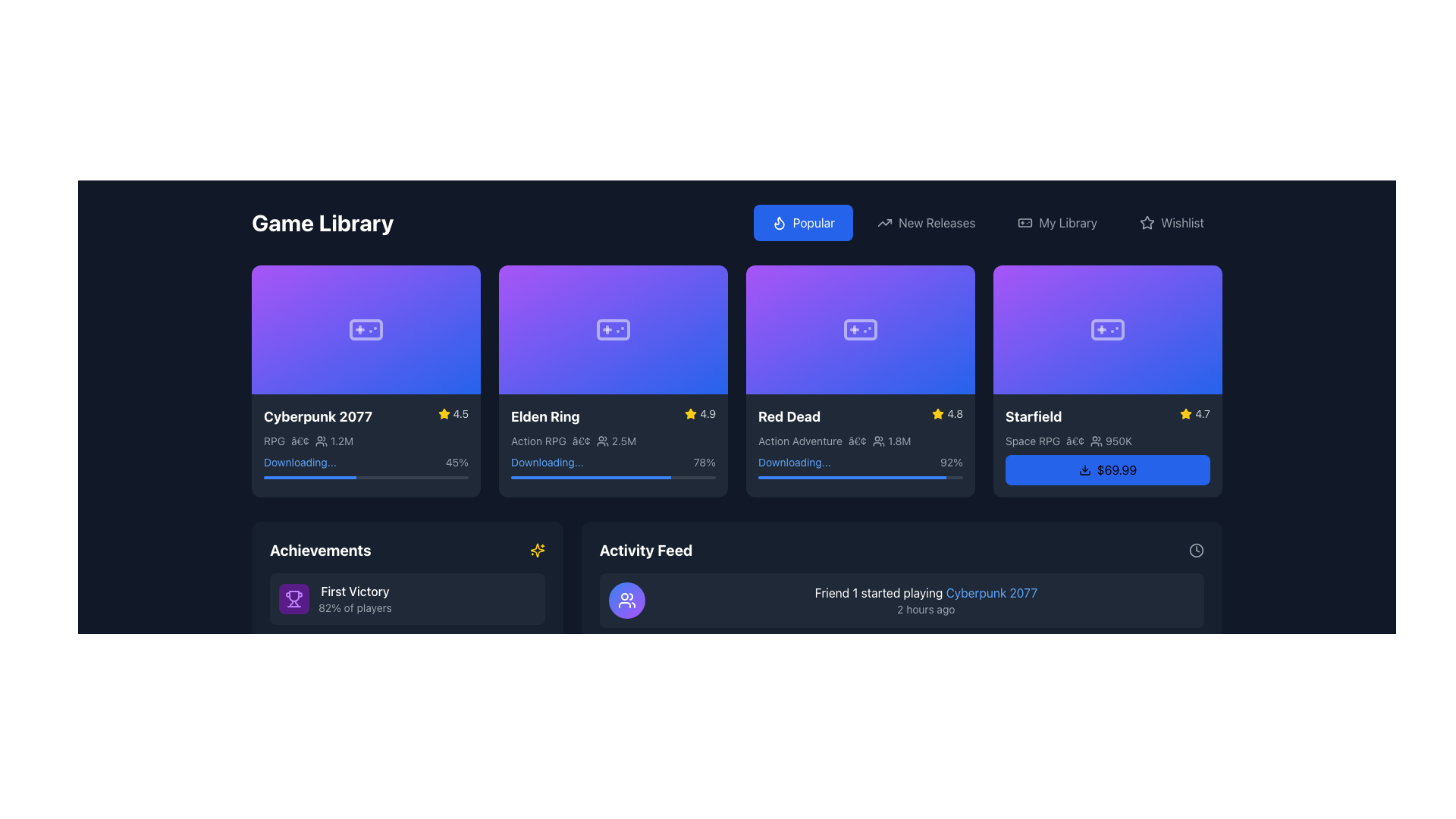 This screenshot has height=819, width=1456. What do you see at coordinates (860, 416) in the screenshot?
I see `the text label group containing the title 'Red Dead' and the rating '4.8'` at bounding box center [860, 416].